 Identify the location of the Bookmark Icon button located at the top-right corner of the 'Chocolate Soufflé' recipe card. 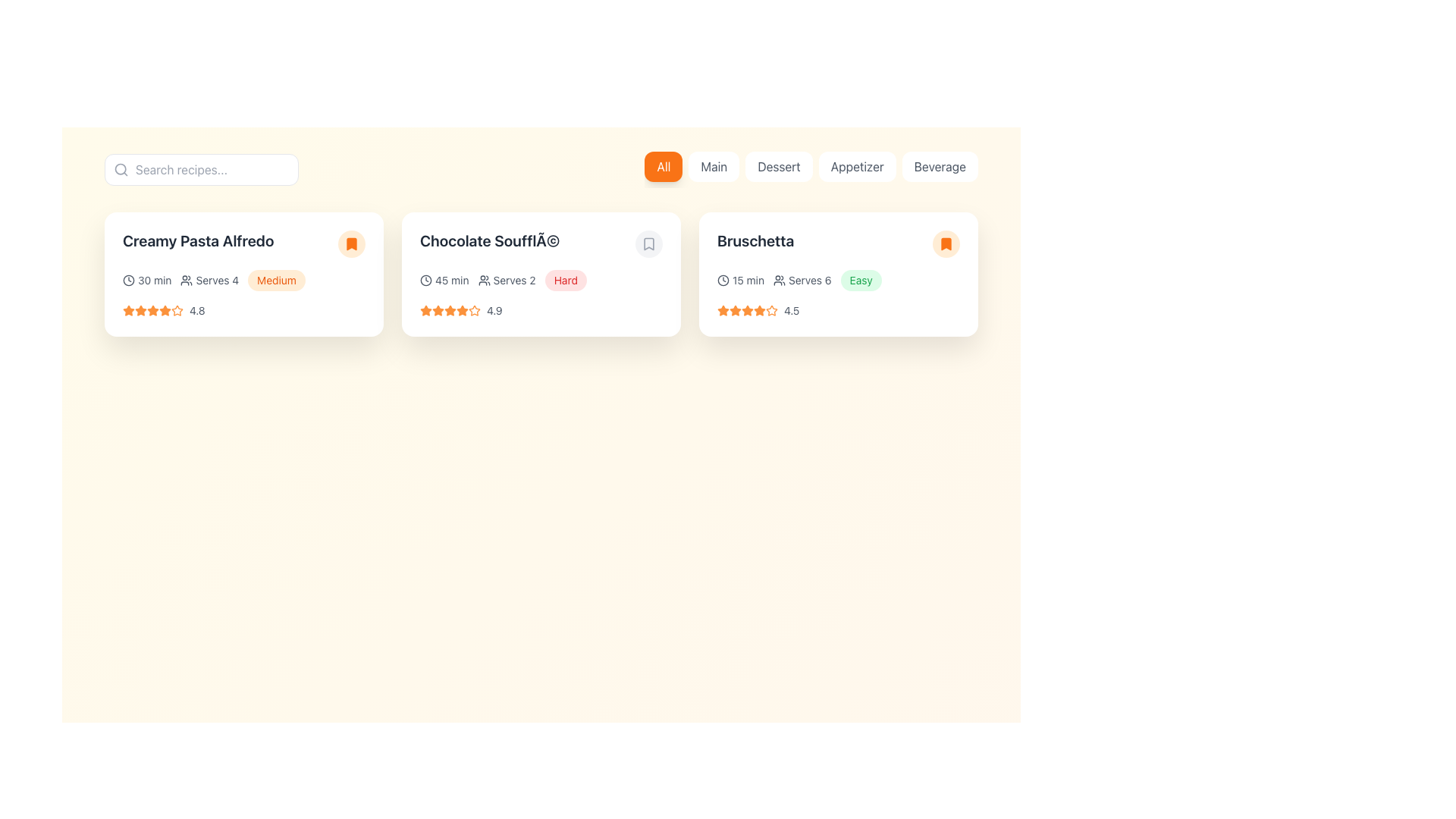
(648, 243).